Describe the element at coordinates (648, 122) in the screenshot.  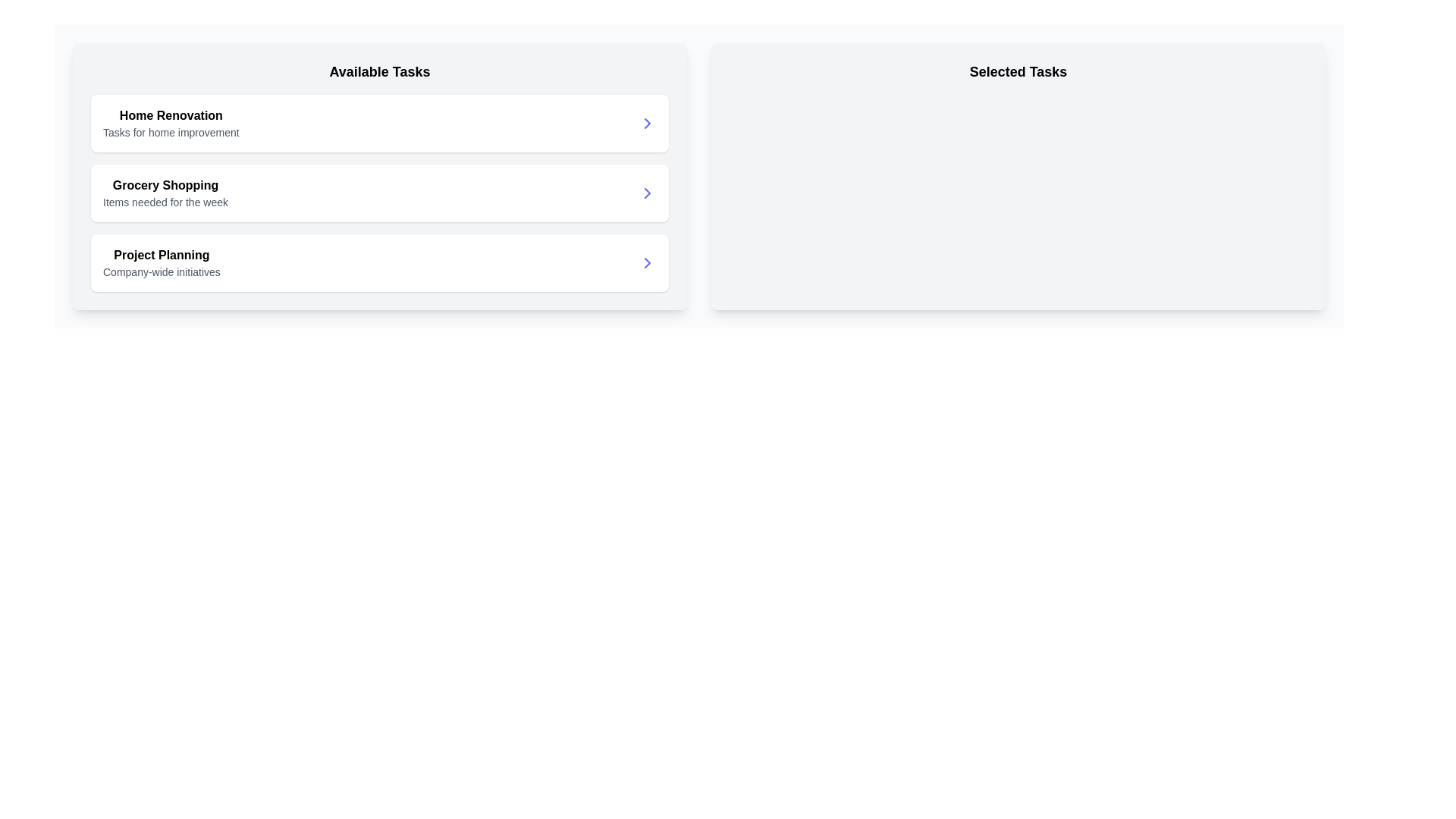
I see `the arrow button corresponding to the item Home Renovation to move it to the right column` at that location.